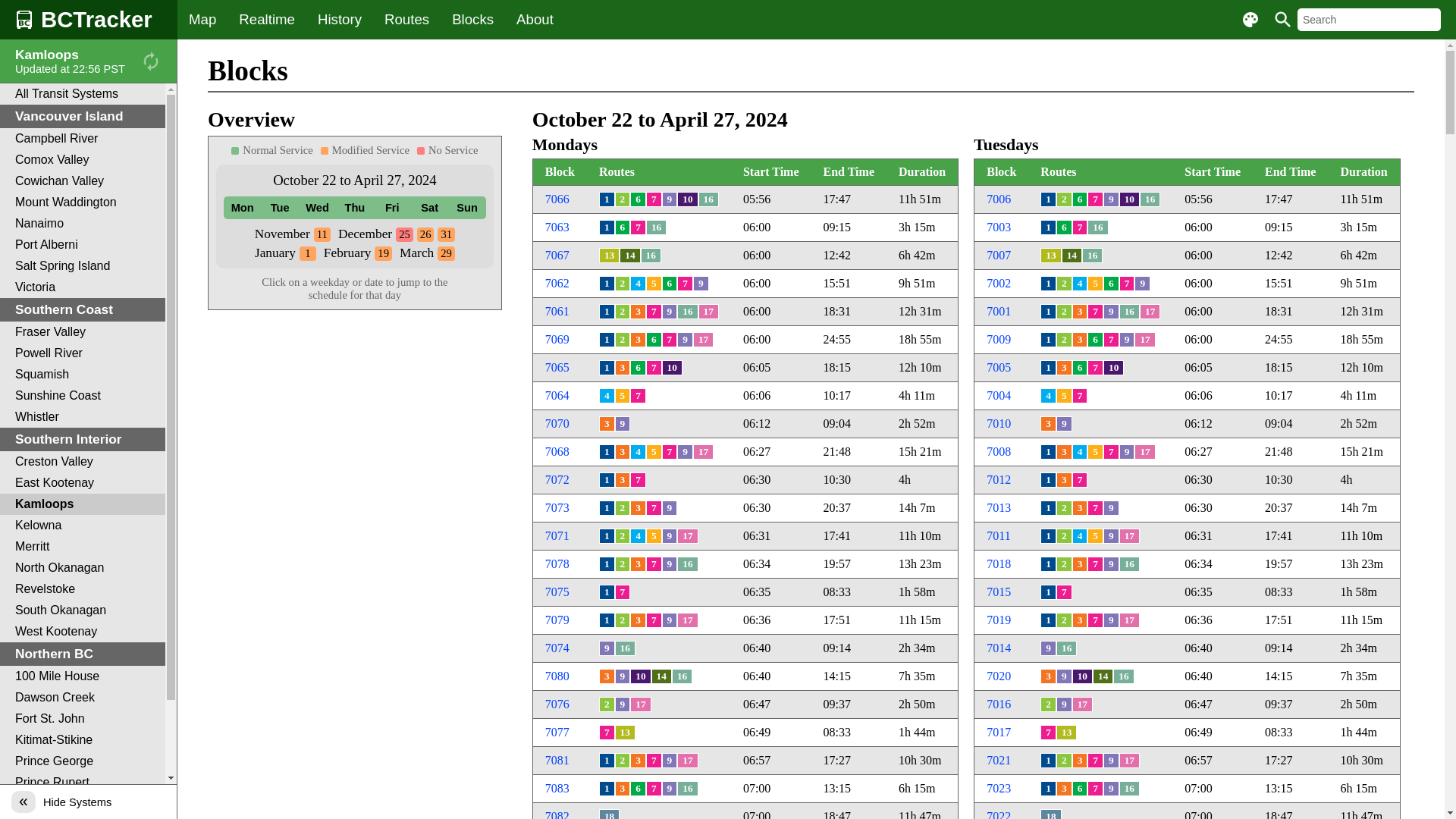 Image resolution: width=1456 pixels, height=819 pixels. What do you see at coordinates (669, 451) in the screenshot?
I see `'7'` at bounding box center [669, 451].